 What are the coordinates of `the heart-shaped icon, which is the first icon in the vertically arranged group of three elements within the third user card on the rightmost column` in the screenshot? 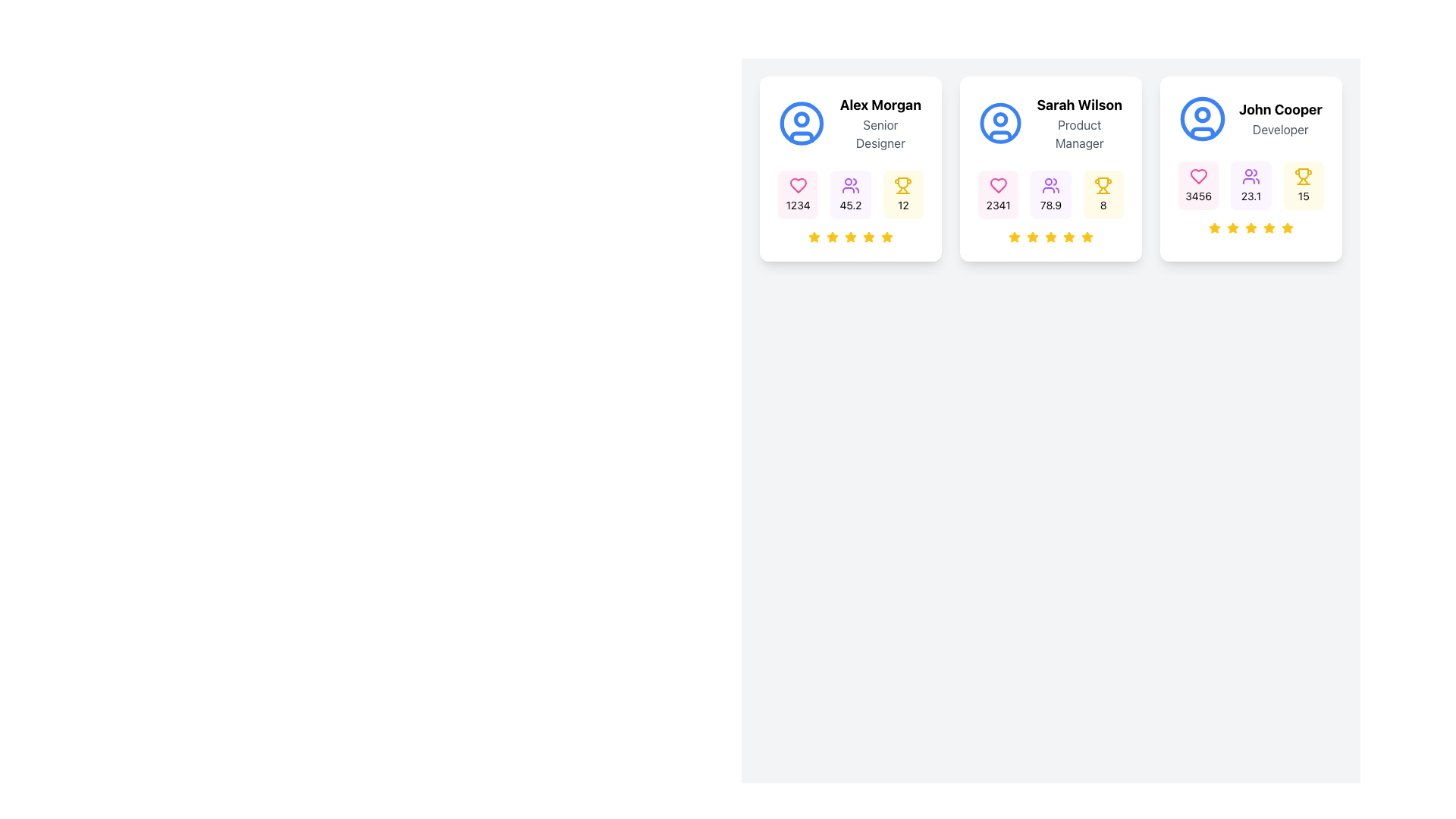 It's located at (1197, 175).